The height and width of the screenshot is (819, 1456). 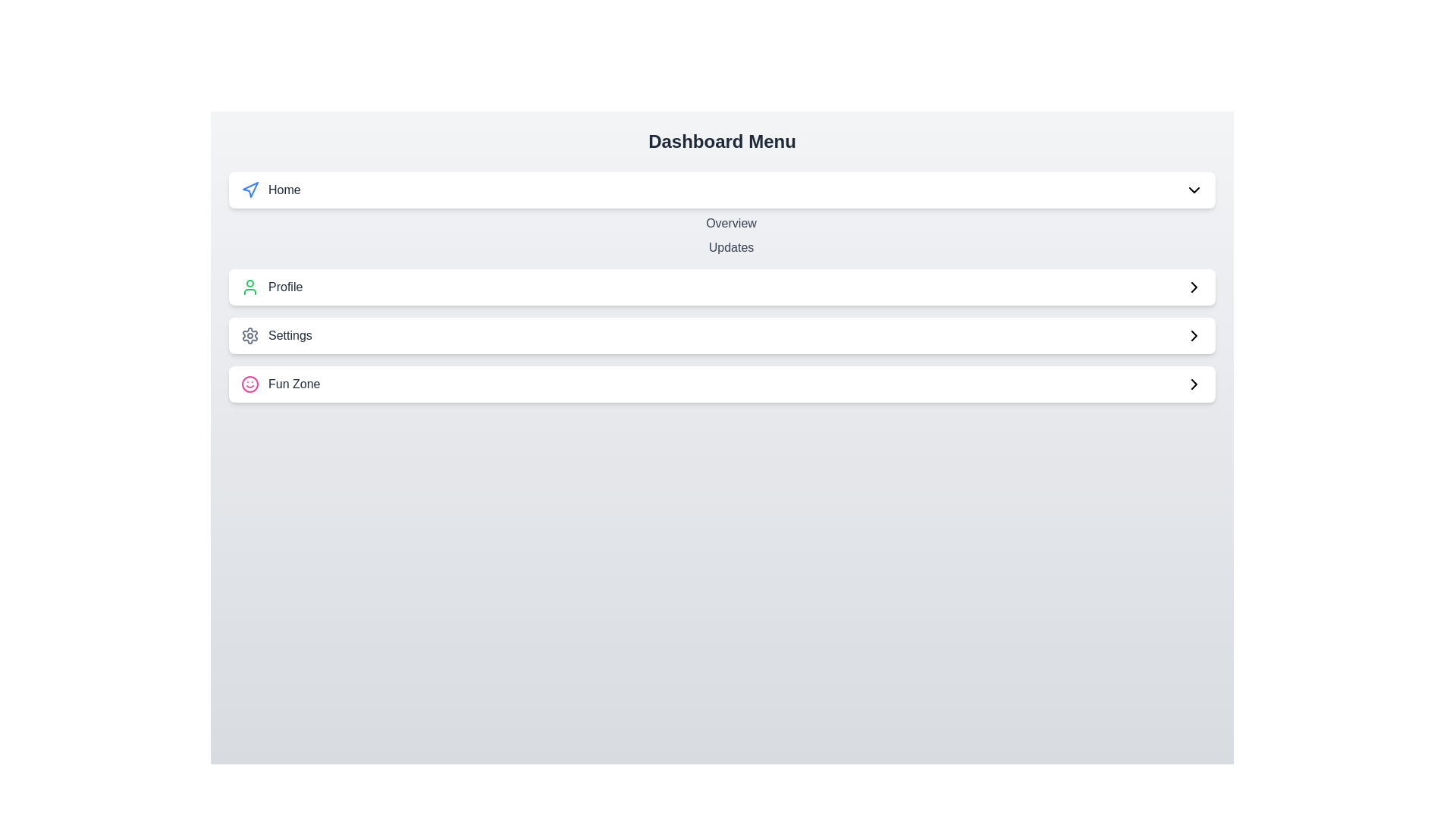 I want to click on the 'Updates' text label, which is positioned directly below the 'Overview' text label in the menu section, so click(x=731, y=247).